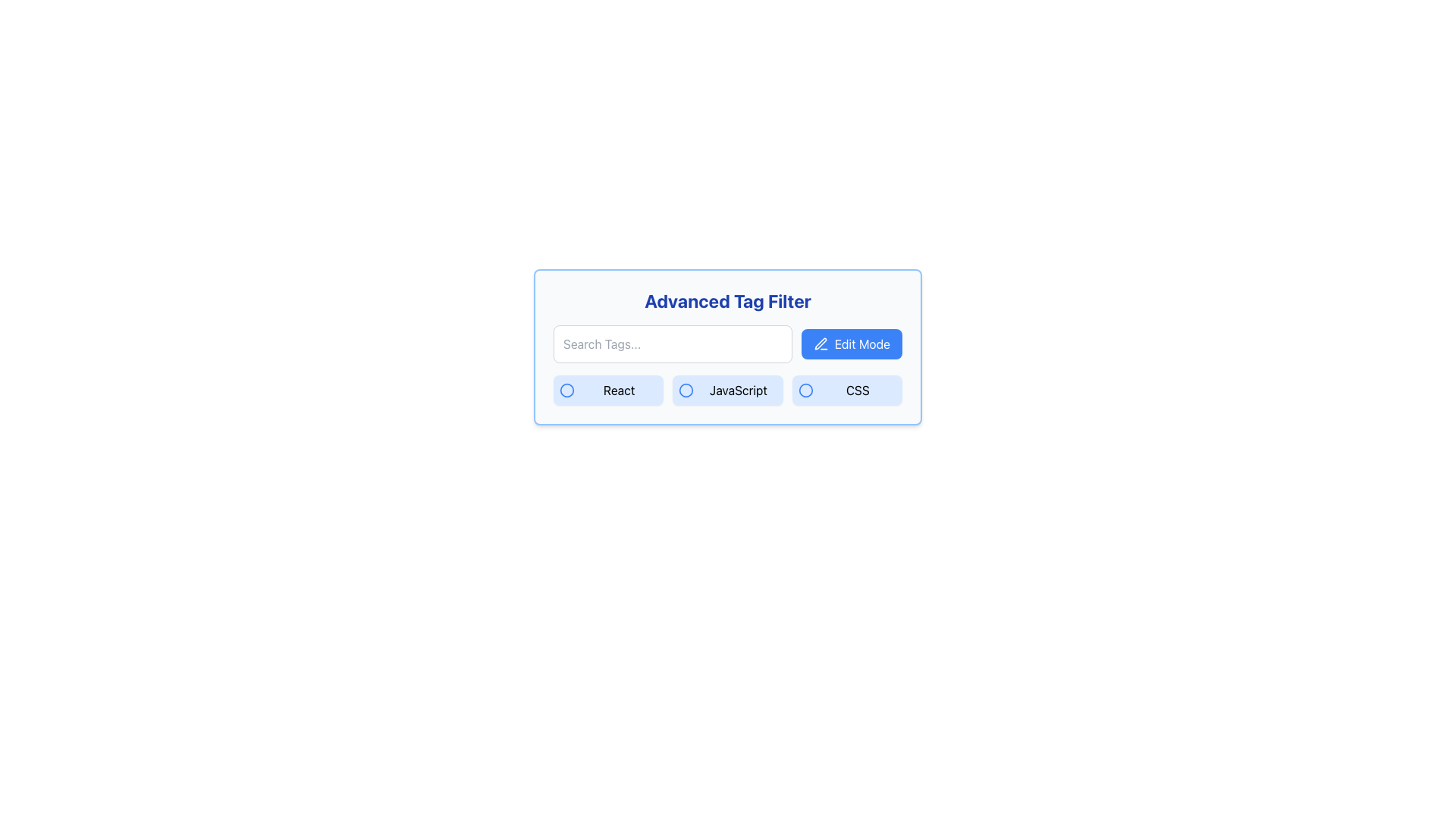 This screenshot has width=1456, height=819. I want to click on the 'Edit Mode' button with a blue background and white text, which is located in the upper-right corner of the interface, so click(852, 344).